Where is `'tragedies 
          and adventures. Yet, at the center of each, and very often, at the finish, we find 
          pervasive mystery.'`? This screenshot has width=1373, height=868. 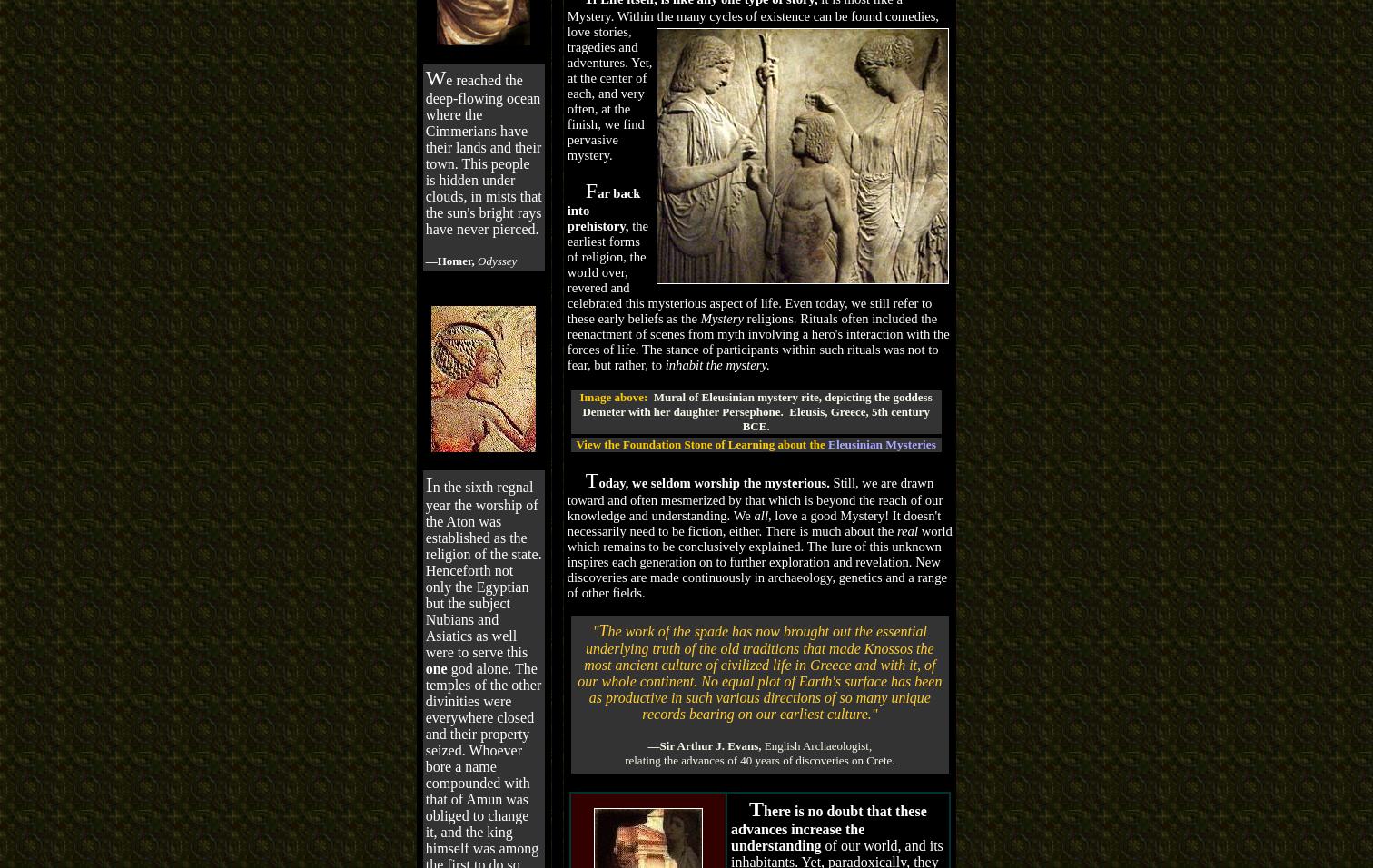
'tragedies 
          and adventures. Yet, at the center of each, and very often, at the finish, we find 
          pervasive mystery.' is located at coordinates (609, 99).